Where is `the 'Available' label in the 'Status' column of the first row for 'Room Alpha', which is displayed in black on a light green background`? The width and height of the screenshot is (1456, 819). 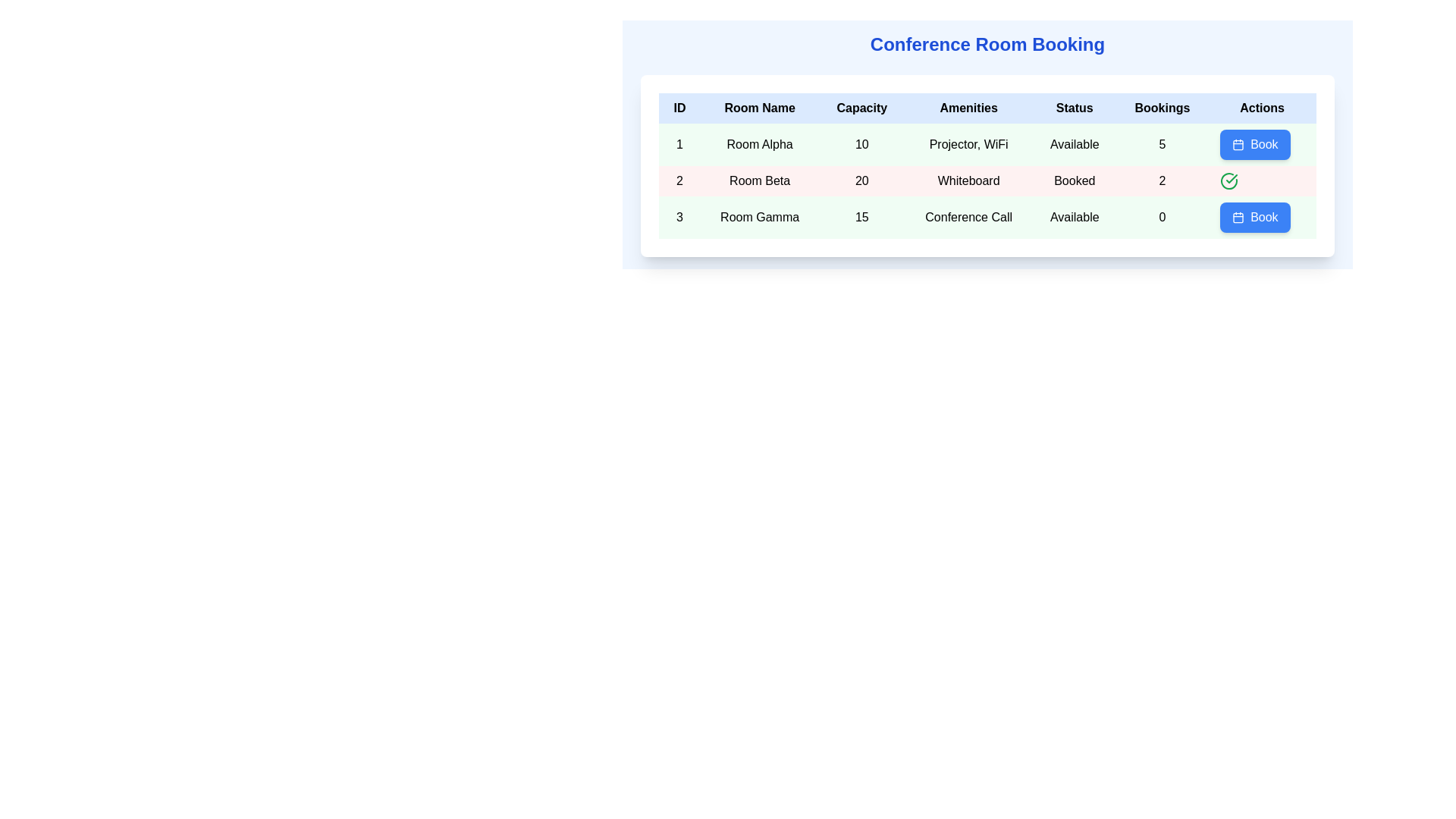 the 'Available' label in the 'Status' column of the first row for 'Room Alpha', which is displayed in black on a light green background is located at coordinates (1074, 145).